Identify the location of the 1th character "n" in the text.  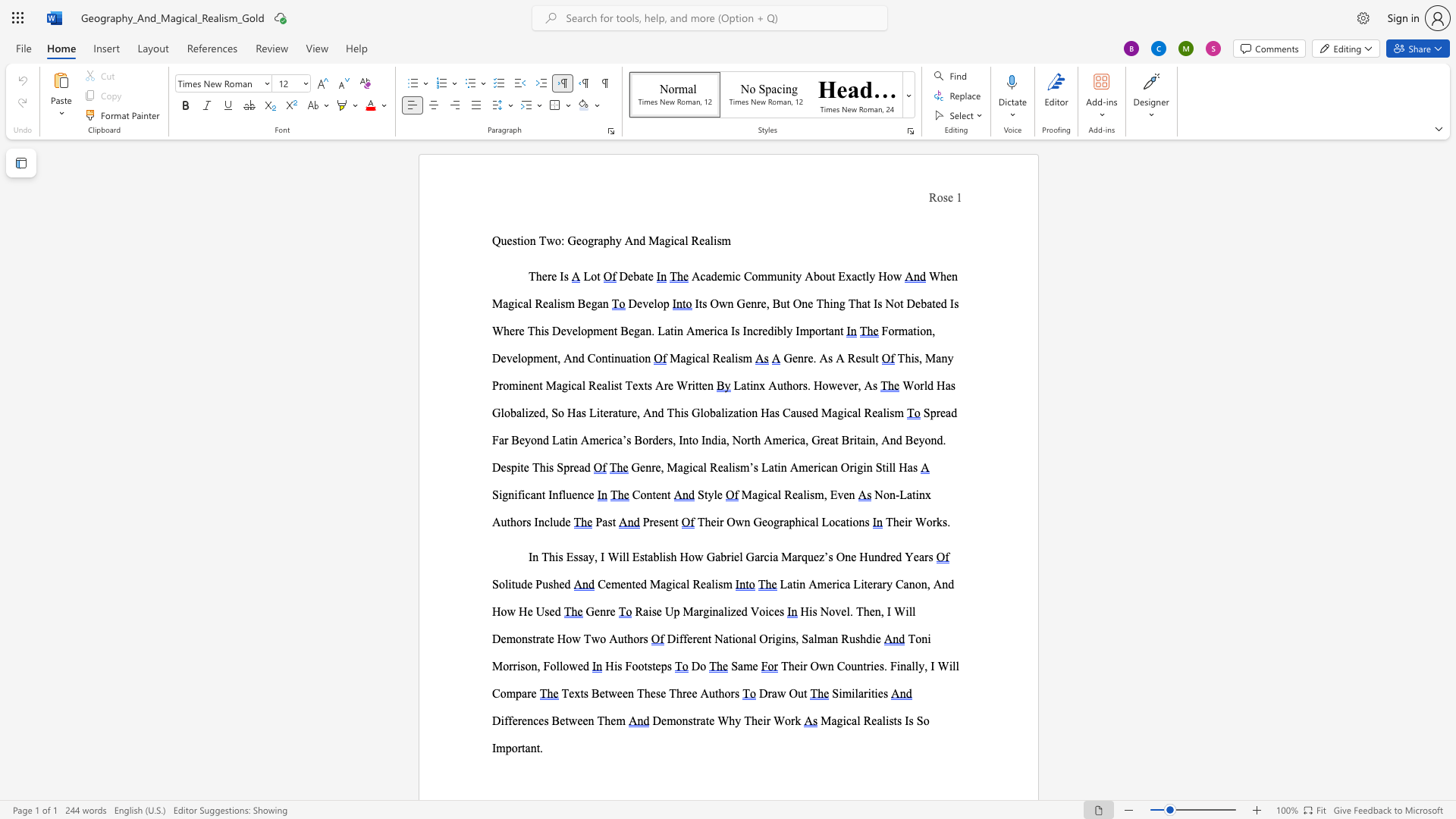
(511, 494).